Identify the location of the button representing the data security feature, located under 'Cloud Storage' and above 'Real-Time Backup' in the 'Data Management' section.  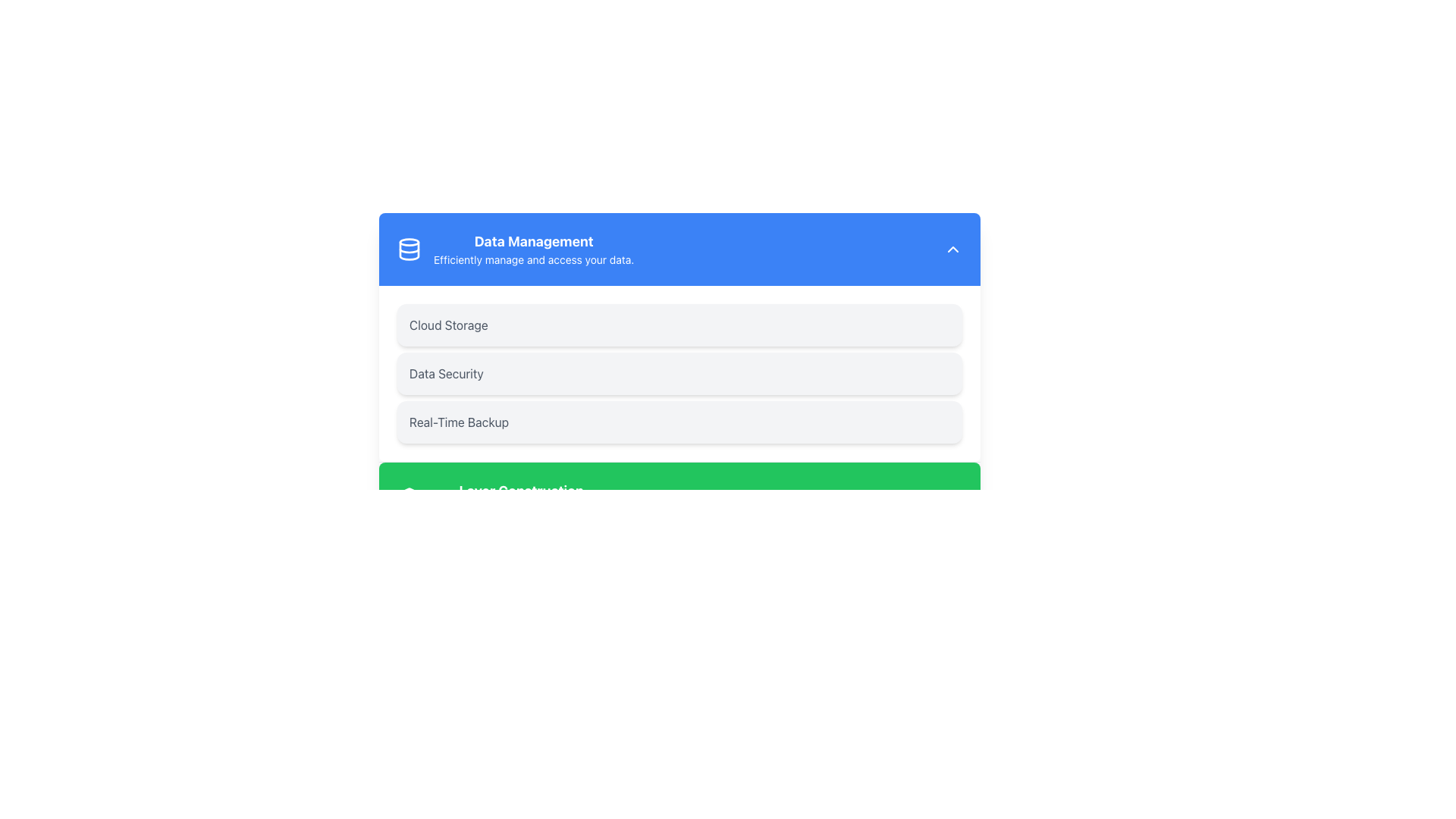
(679, 374).